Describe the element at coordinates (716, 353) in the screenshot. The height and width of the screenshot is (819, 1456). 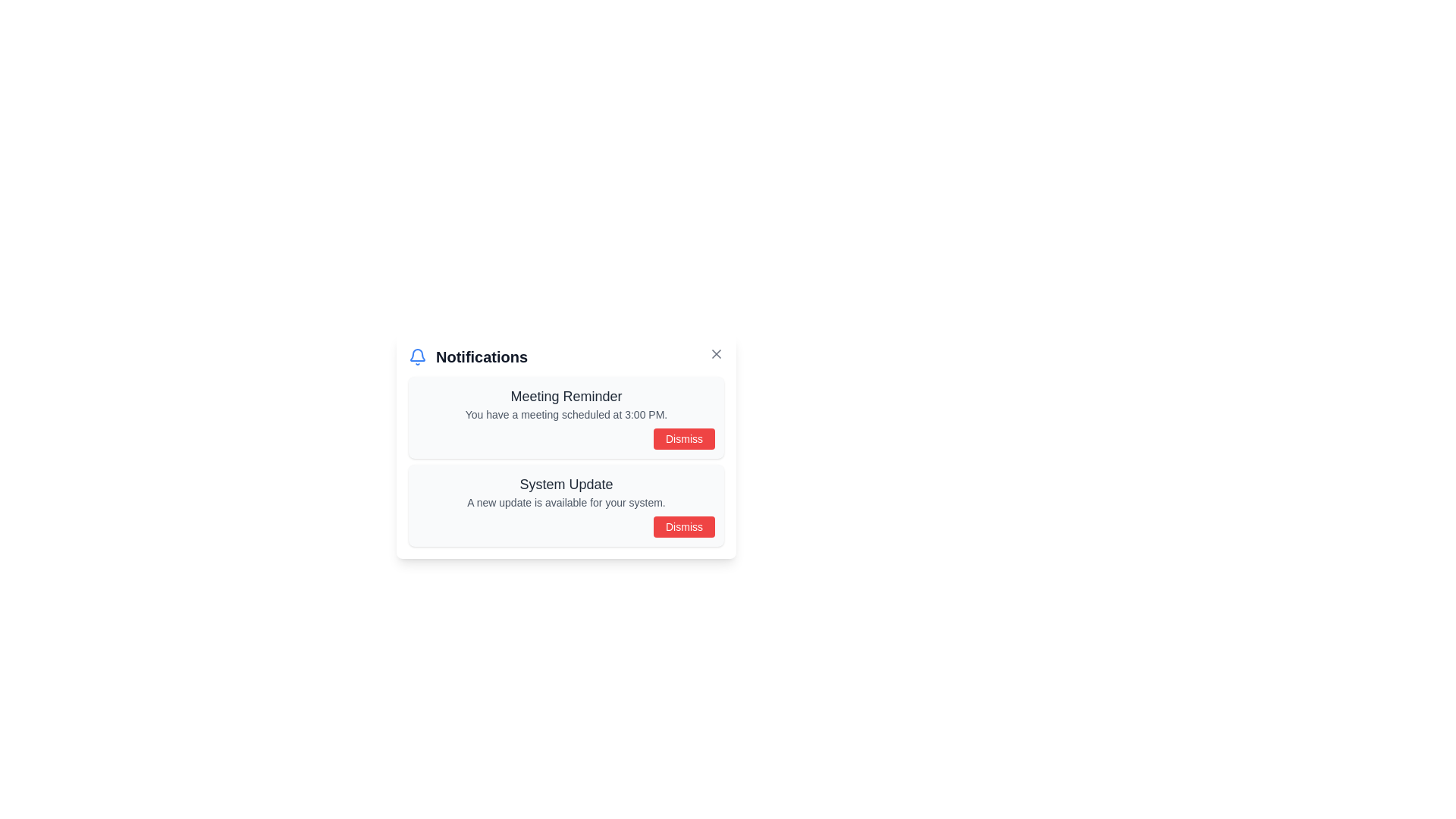
I see `the 'Close' button located in the top-right corner of the 'Notifications' header section` at that location.